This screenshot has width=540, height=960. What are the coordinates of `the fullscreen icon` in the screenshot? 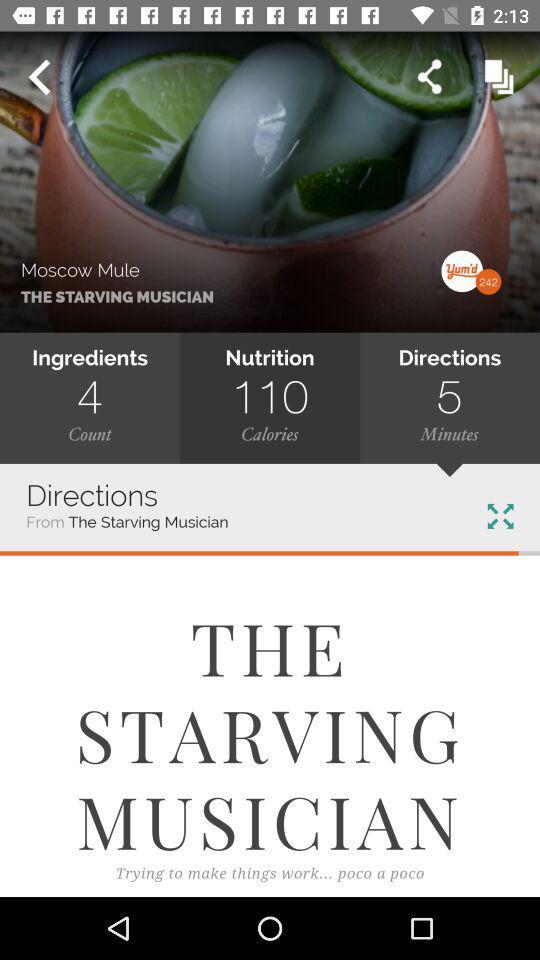 It's located at (499, 515).